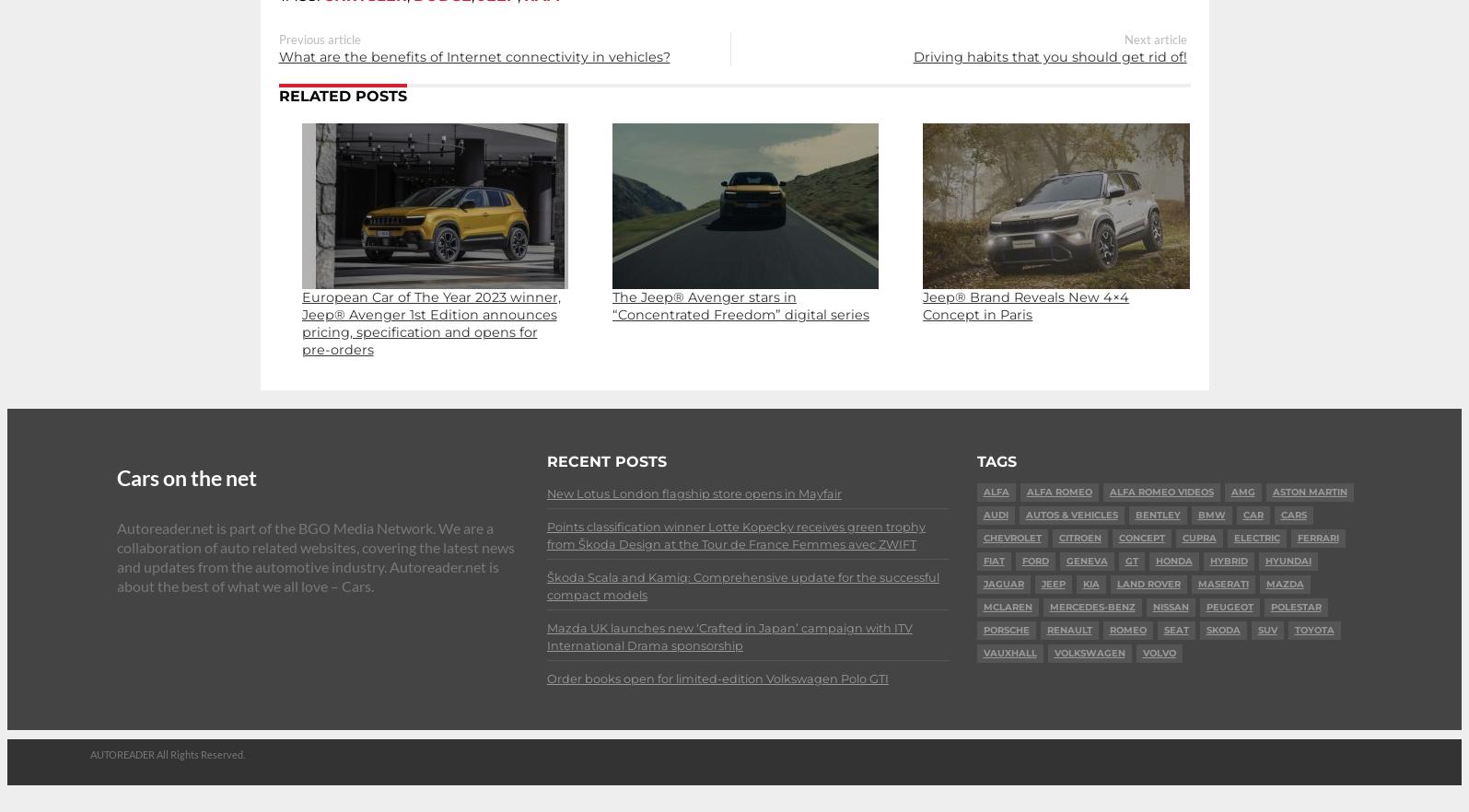  What do you see at coordinates (319, 39) in the screenshot?
I see `'Previous article'` at bounding box center [319, 39].